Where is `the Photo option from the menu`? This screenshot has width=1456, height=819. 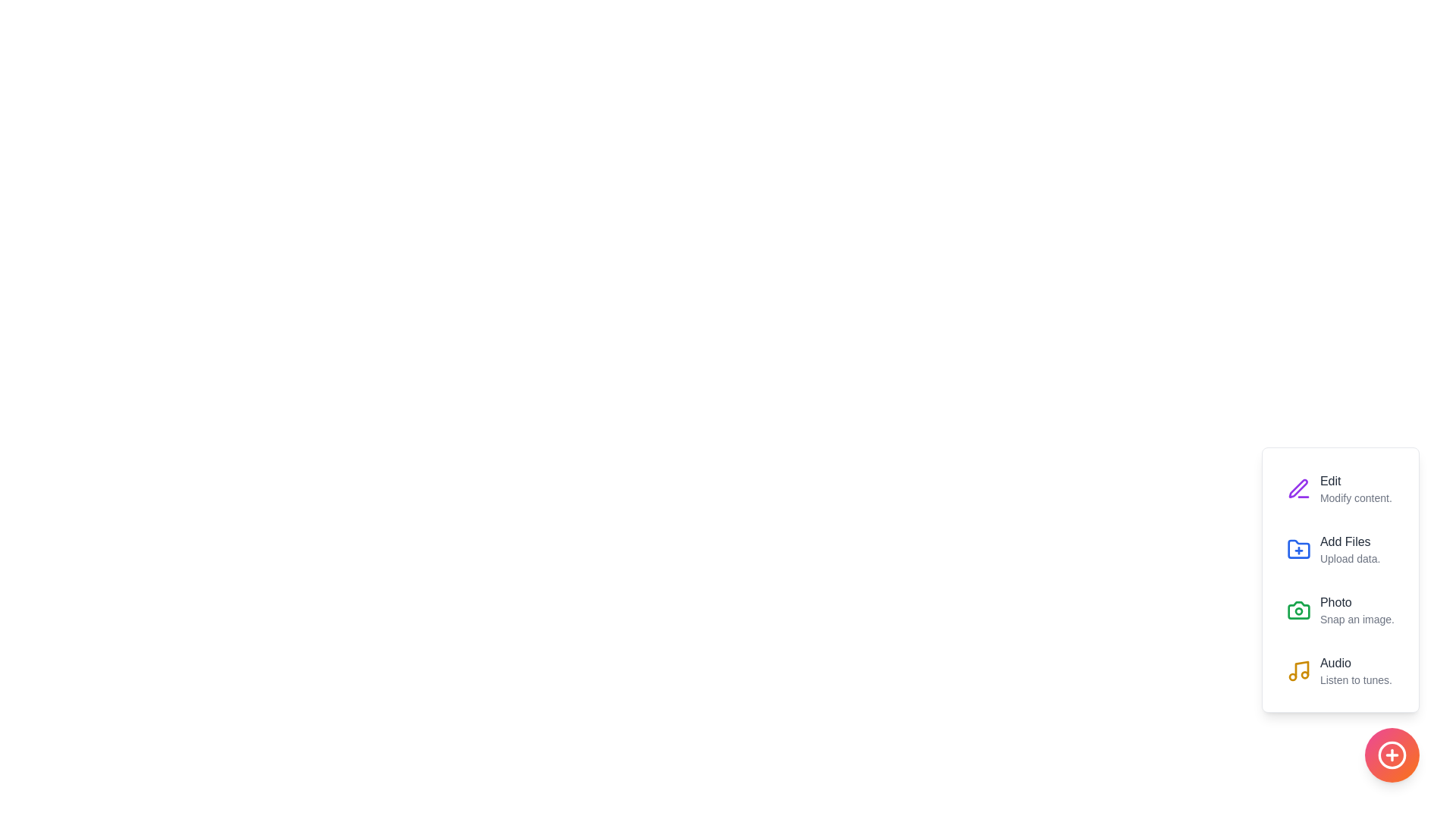 the Photo option from the menu is located at coordinates (1340, 610).